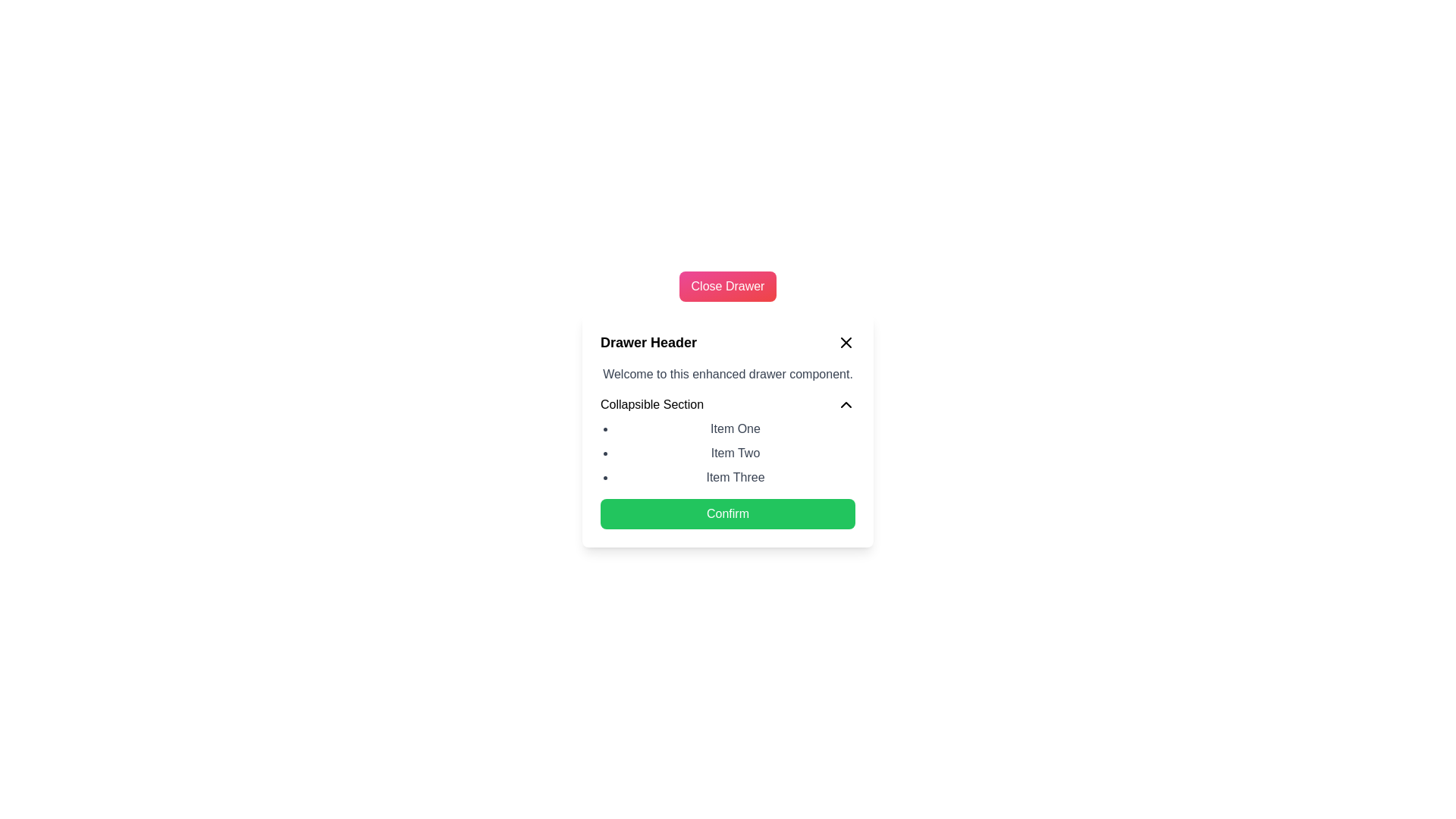  Describe the element at coordinates (735, 429) in the screenshot. I see `the text label reading 'Item One', which is the first item in the bullet-point list under the section titled 'Collapsible Section'` at that location.